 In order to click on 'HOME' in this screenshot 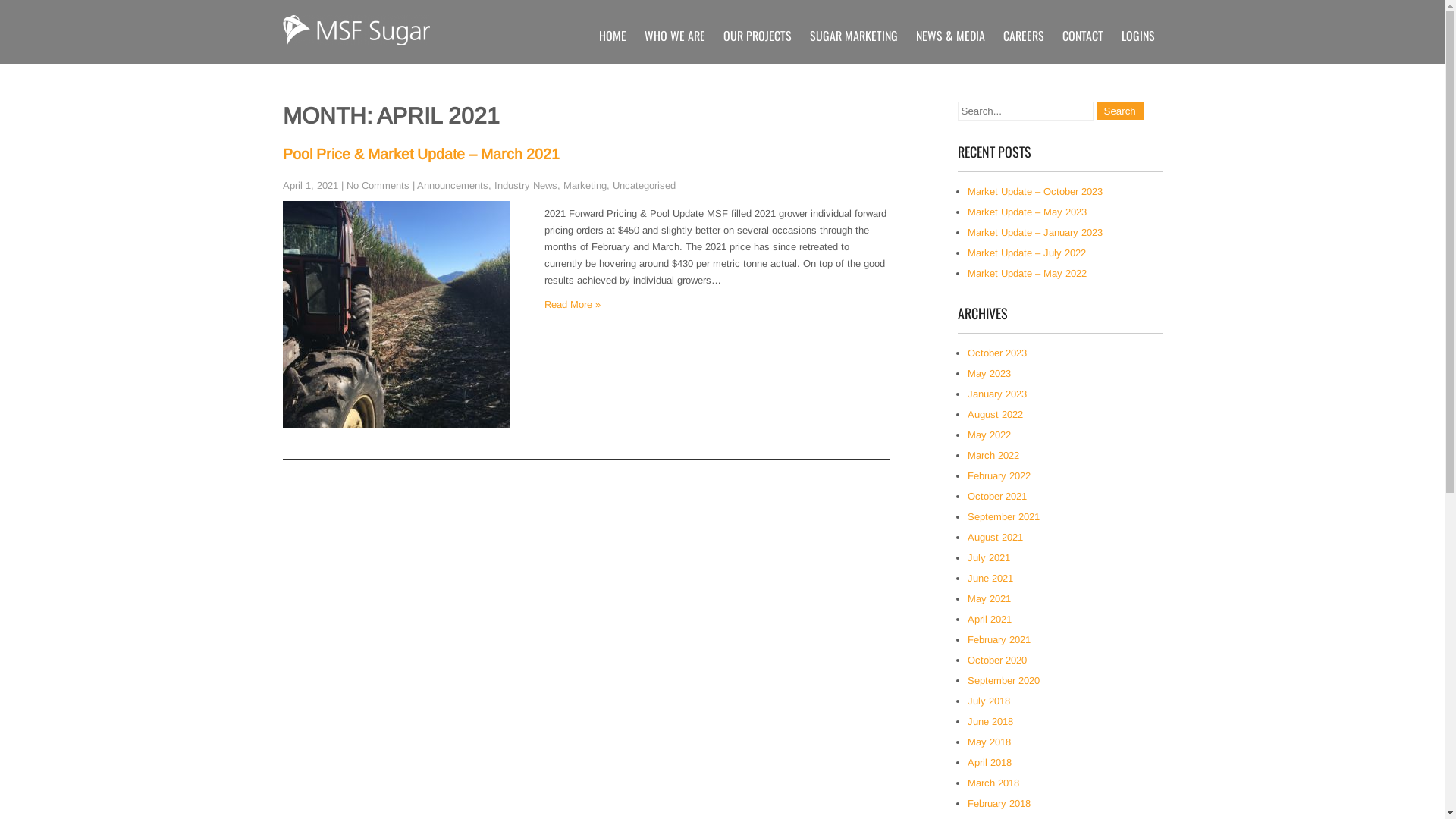, I will do `click(612, 34)`.